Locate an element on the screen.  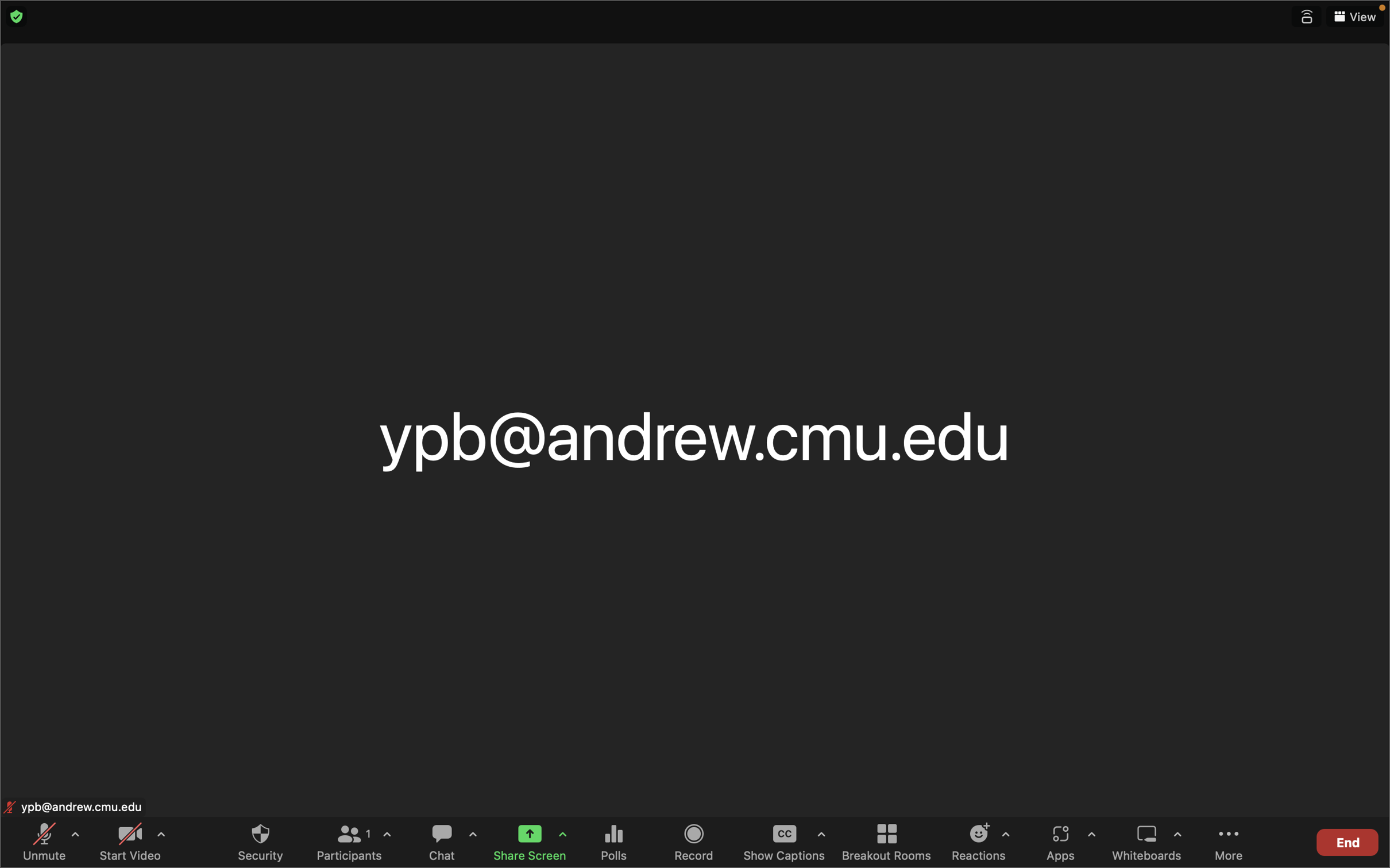
Go to the video settings is located at coordinates (160, 839).